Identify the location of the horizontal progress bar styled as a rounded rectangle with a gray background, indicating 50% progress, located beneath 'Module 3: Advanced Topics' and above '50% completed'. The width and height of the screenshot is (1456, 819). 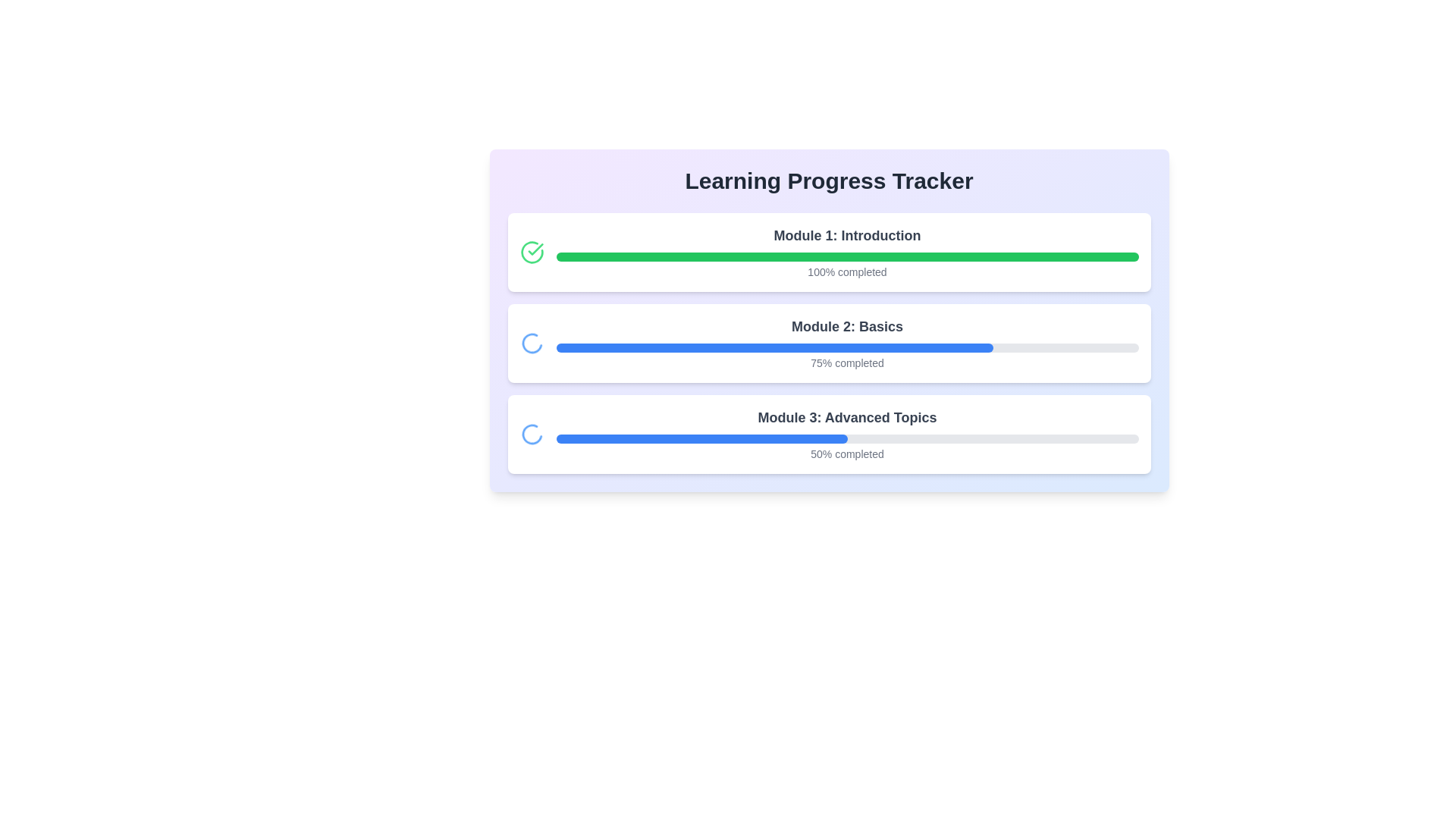
(846, 438).